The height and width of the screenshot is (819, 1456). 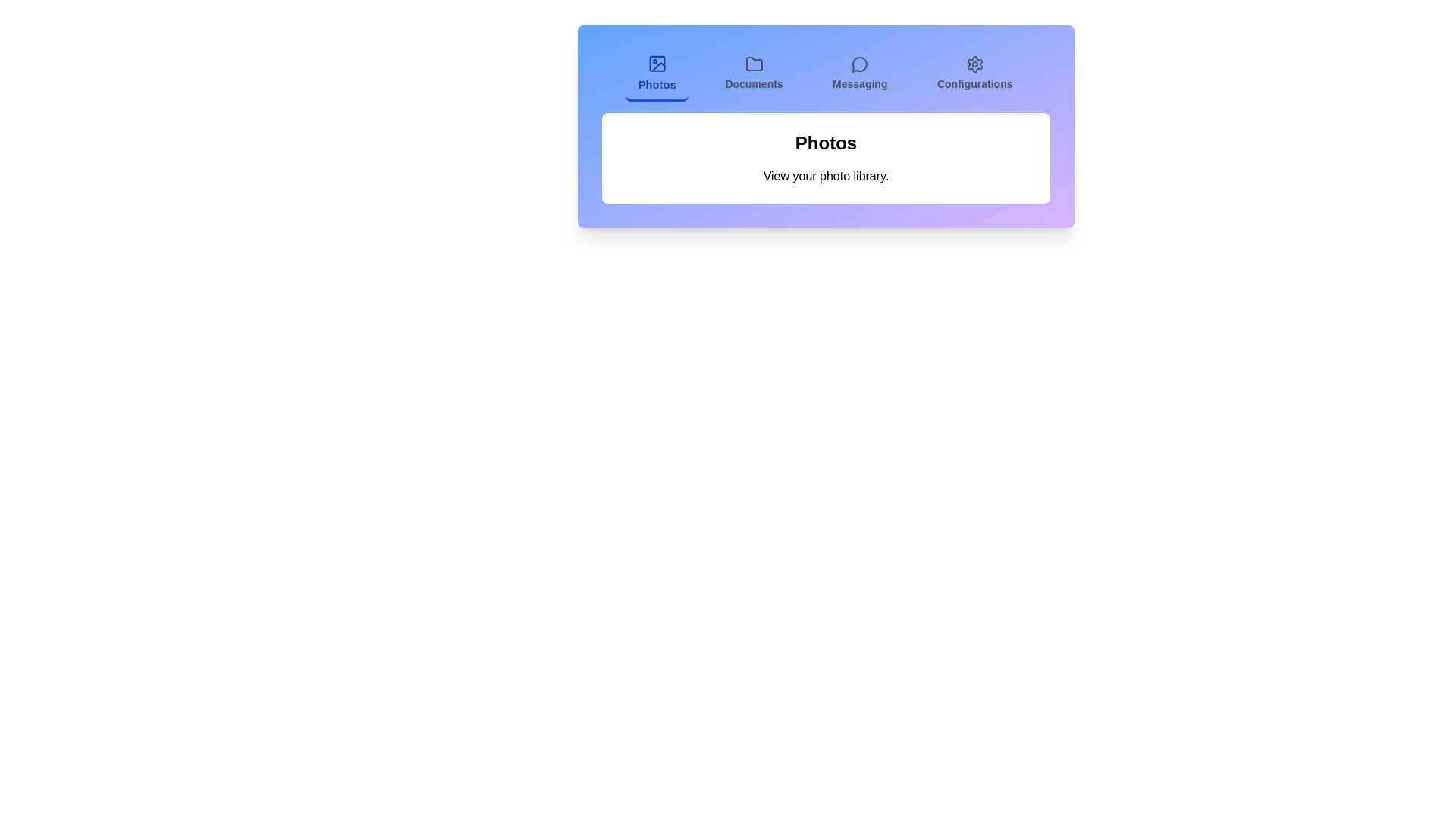 I want to click on the Documents tab to view its content, so click(x=753, y=75).